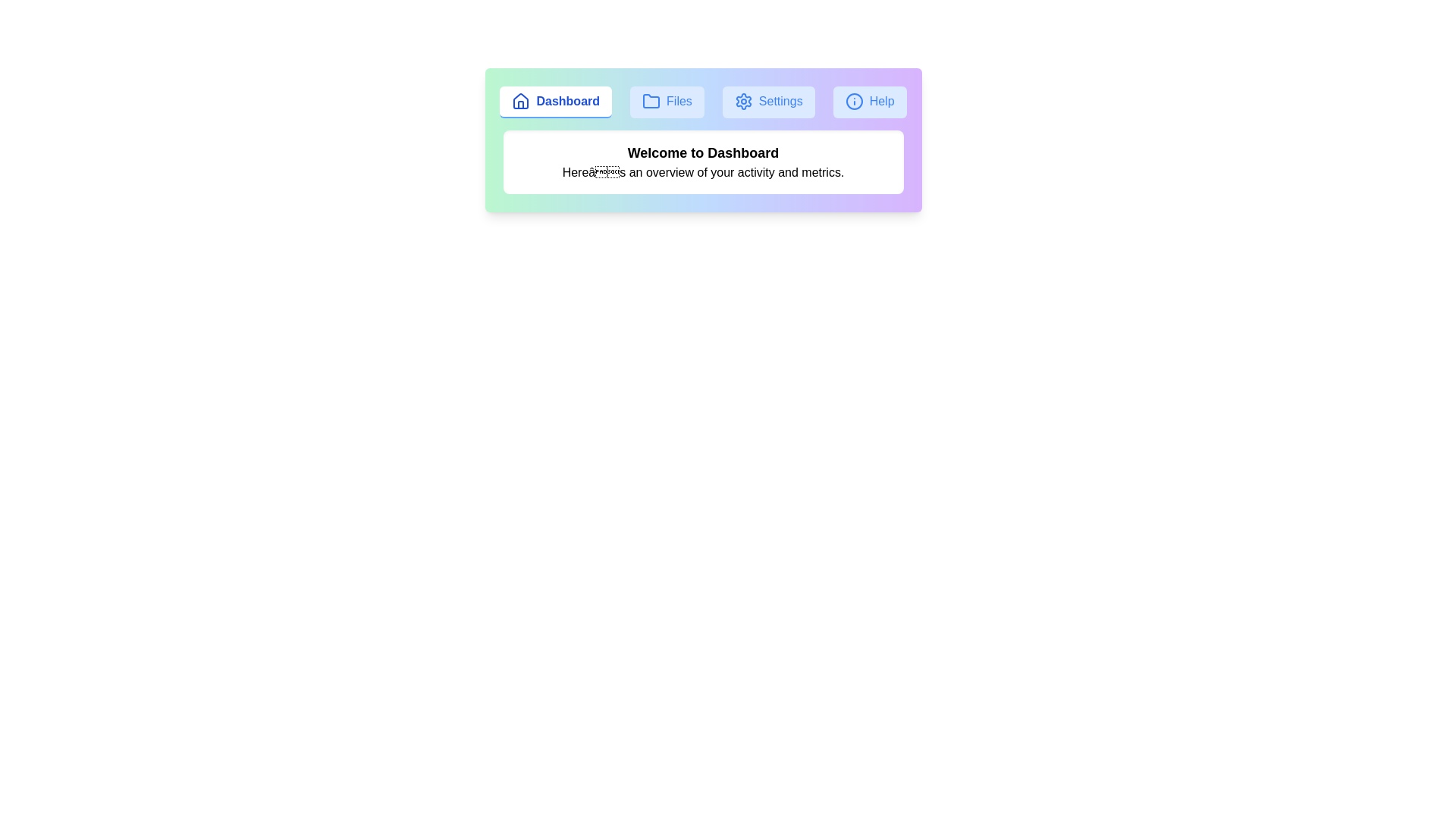 The width and height of the screenshot is (1456, 819). Describe the element at coordinates (870, 102) in the screenshot. I see `the Help tab` at that location.